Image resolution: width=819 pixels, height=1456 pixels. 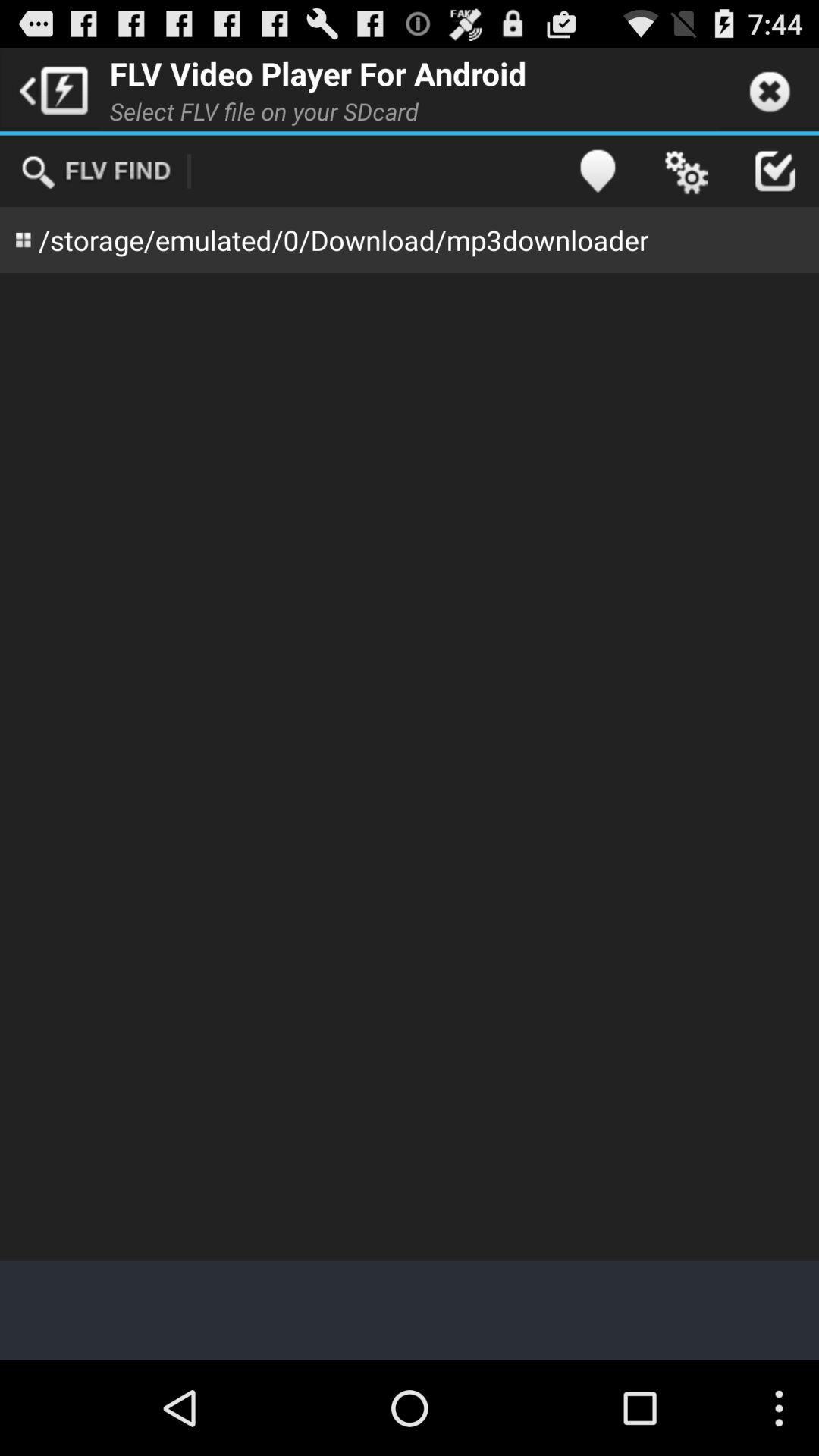 I want to click on the check icon, so click(x=774, y=182).